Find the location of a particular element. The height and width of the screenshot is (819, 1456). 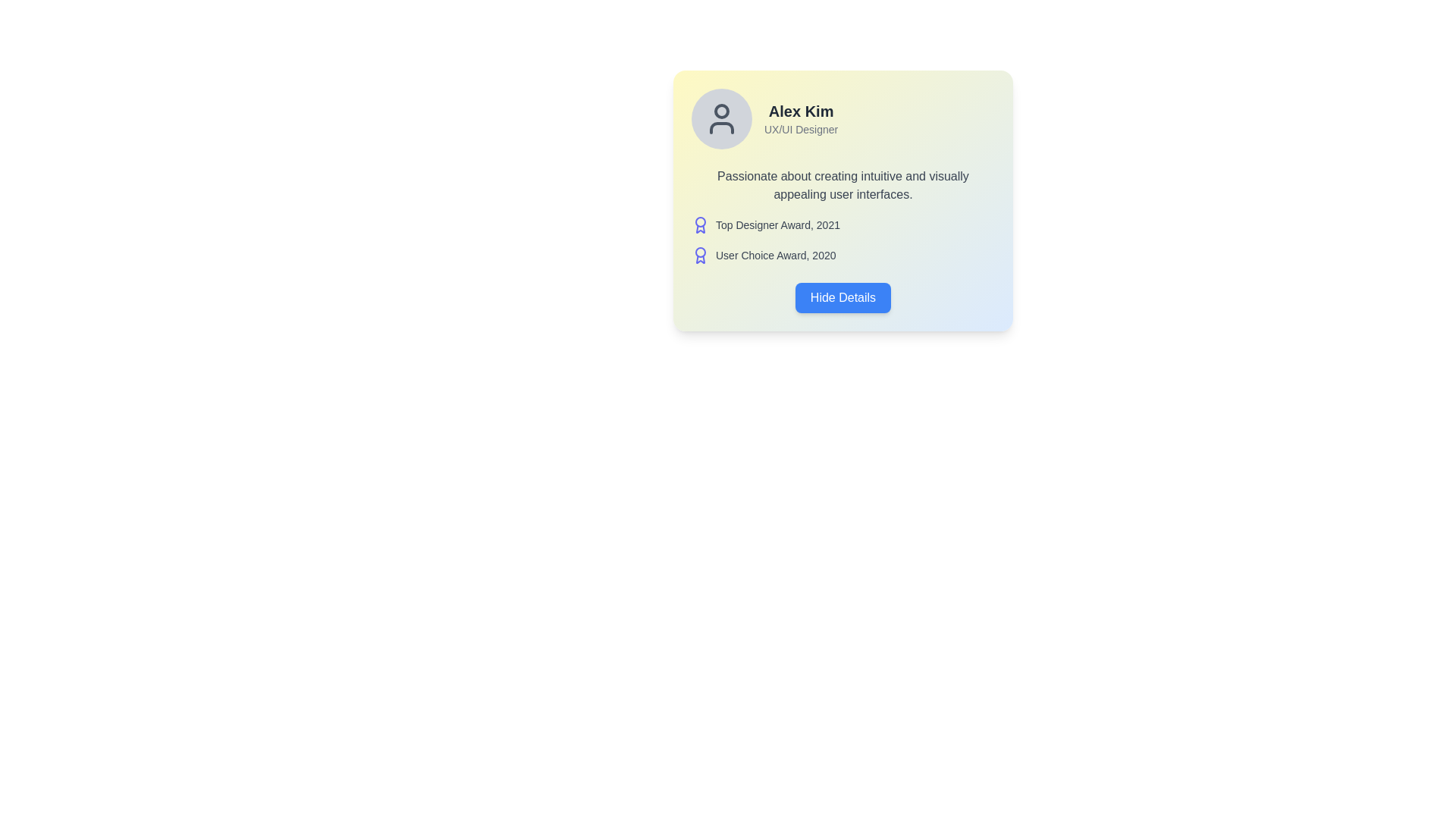

the circular profile image placeholder, which has a light gray background and a dark gray user icon at its center is located at coordinates (720, 118).